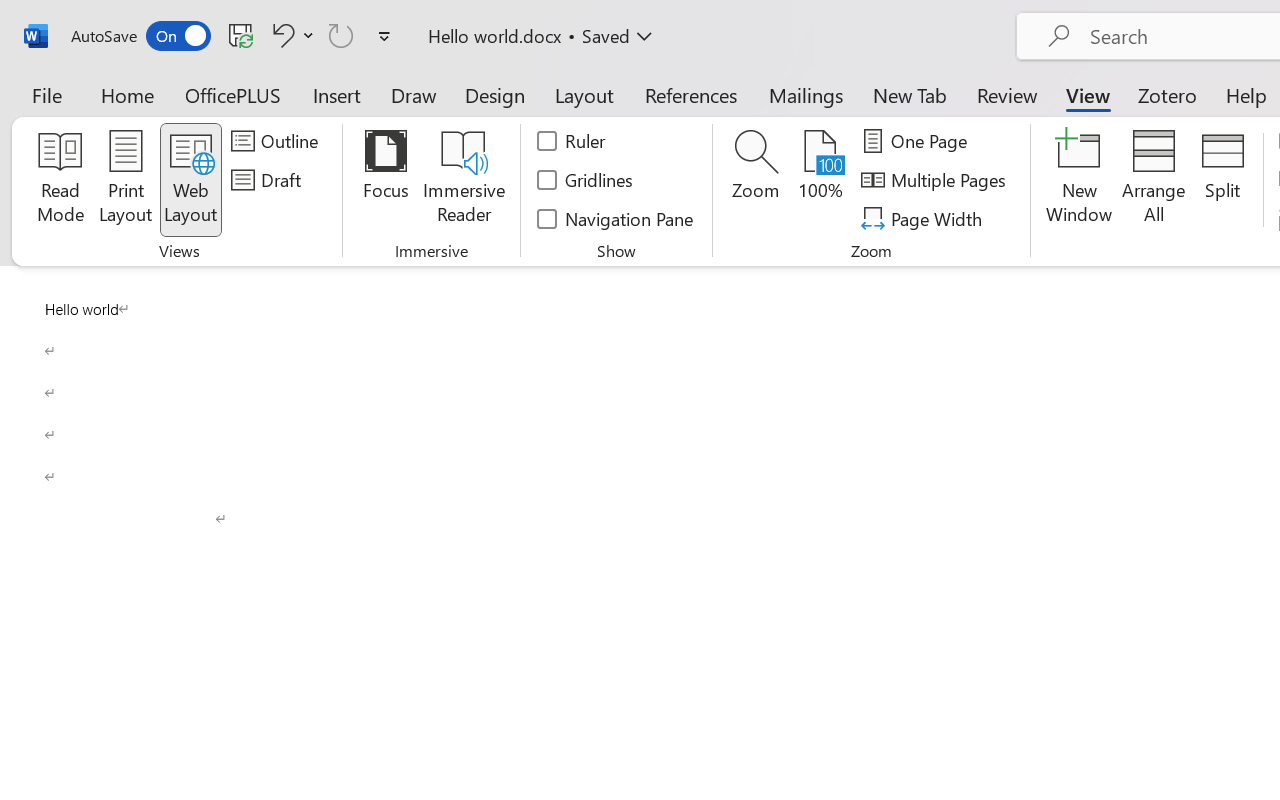 The image size is (1280, 800). What do you see at coordinates (583, 94) in the screenshot?
I see `'Layout'` at bounding box center [583, 94].